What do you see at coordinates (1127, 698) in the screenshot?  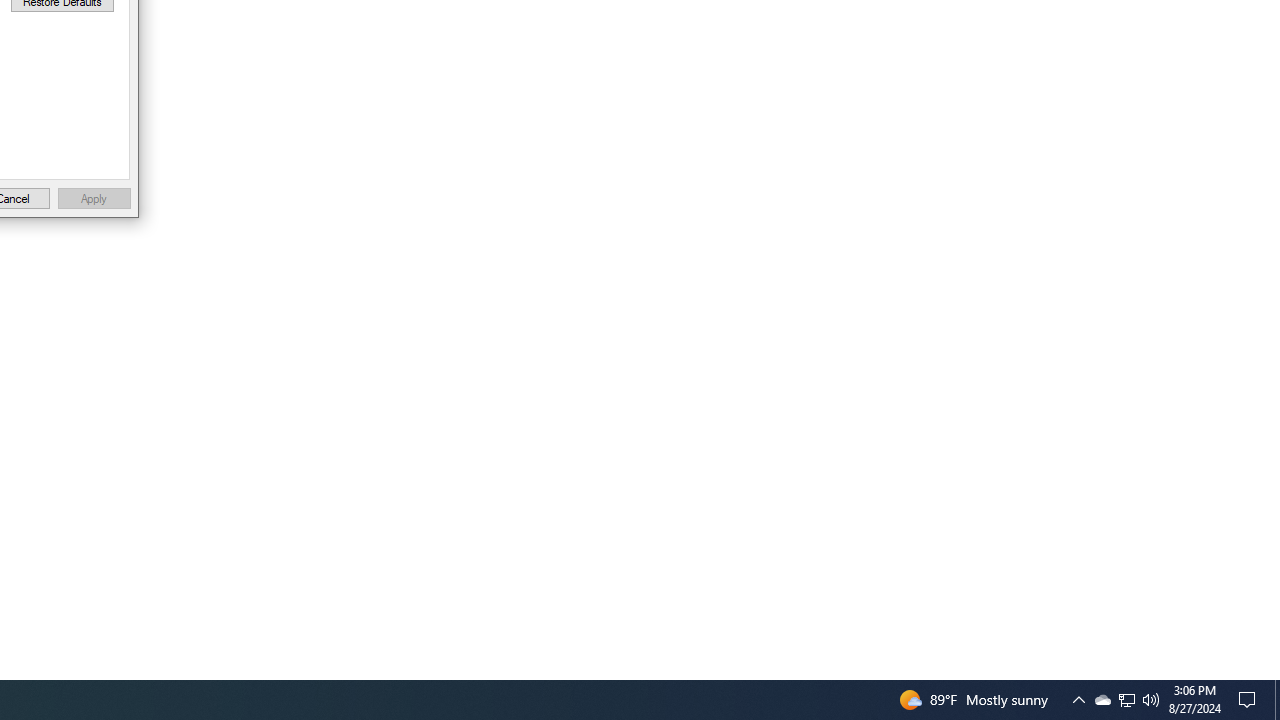 I see `'Notification Chevron'` at bounding box center [1127, 698].